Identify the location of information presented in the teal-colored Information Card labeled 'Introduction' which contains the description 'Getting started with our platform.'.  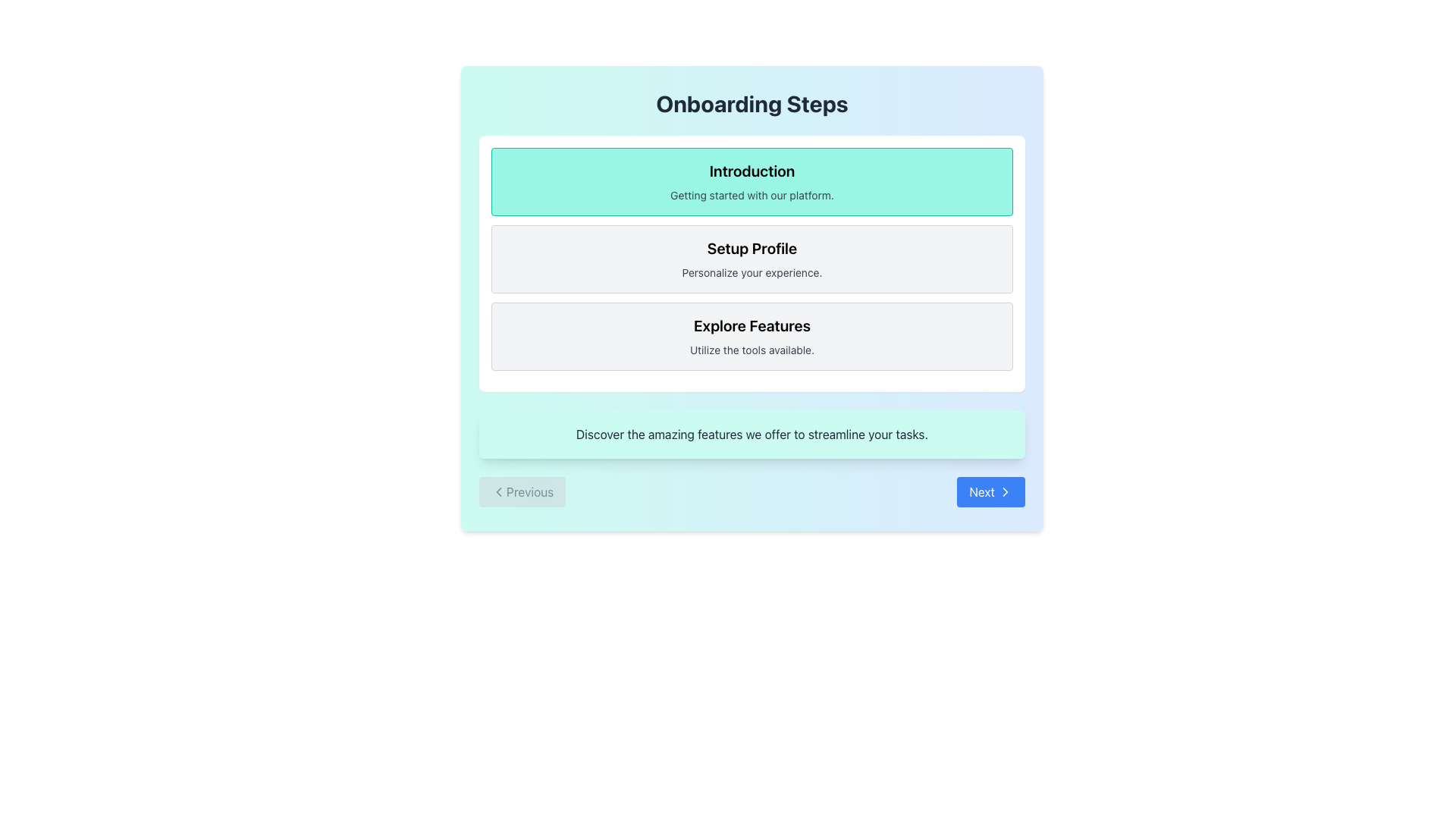
(752, 180).